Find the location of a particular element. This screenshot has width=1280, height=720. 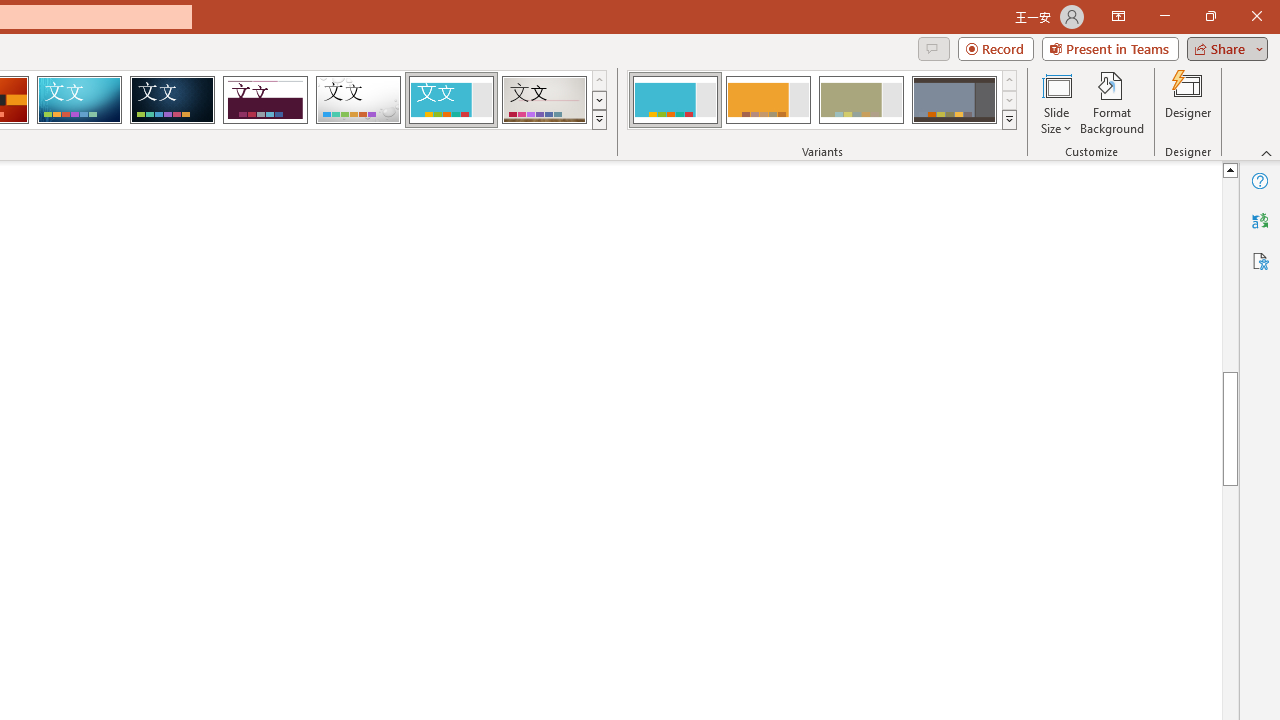

'Frame Variant 3' is located at coordinates (861, 100).